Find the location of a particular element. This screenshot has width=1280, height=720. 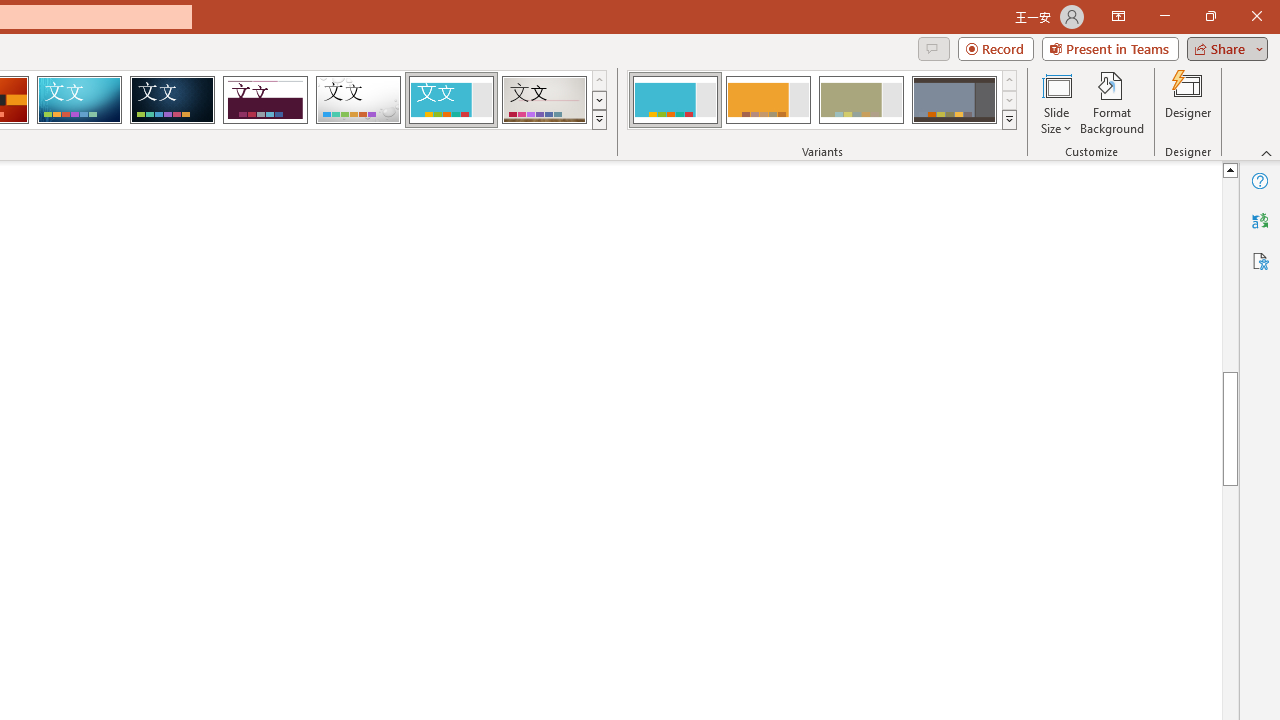

'Frame Variant 3' is located at coordinates (861, 100).